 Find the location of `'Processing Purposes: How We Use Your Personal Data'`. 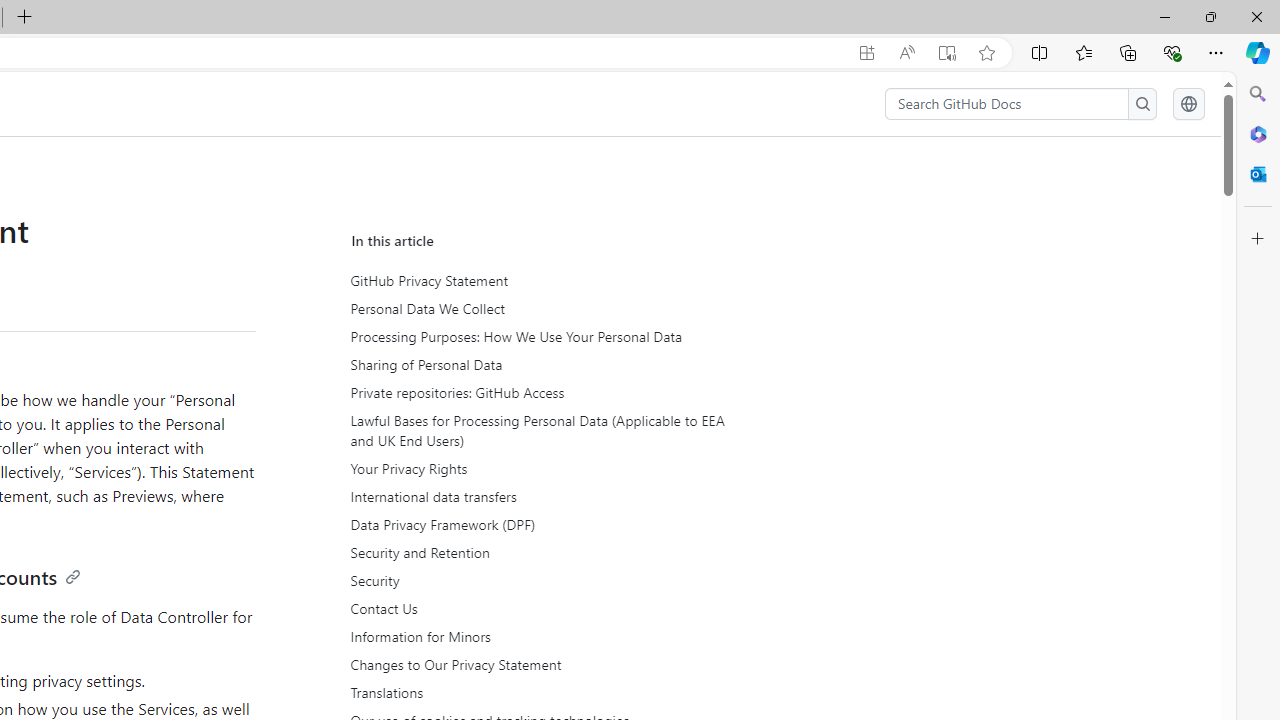

'Processing Purposes: How We Use Your Personal Data' is located at coordinates (535, 336).